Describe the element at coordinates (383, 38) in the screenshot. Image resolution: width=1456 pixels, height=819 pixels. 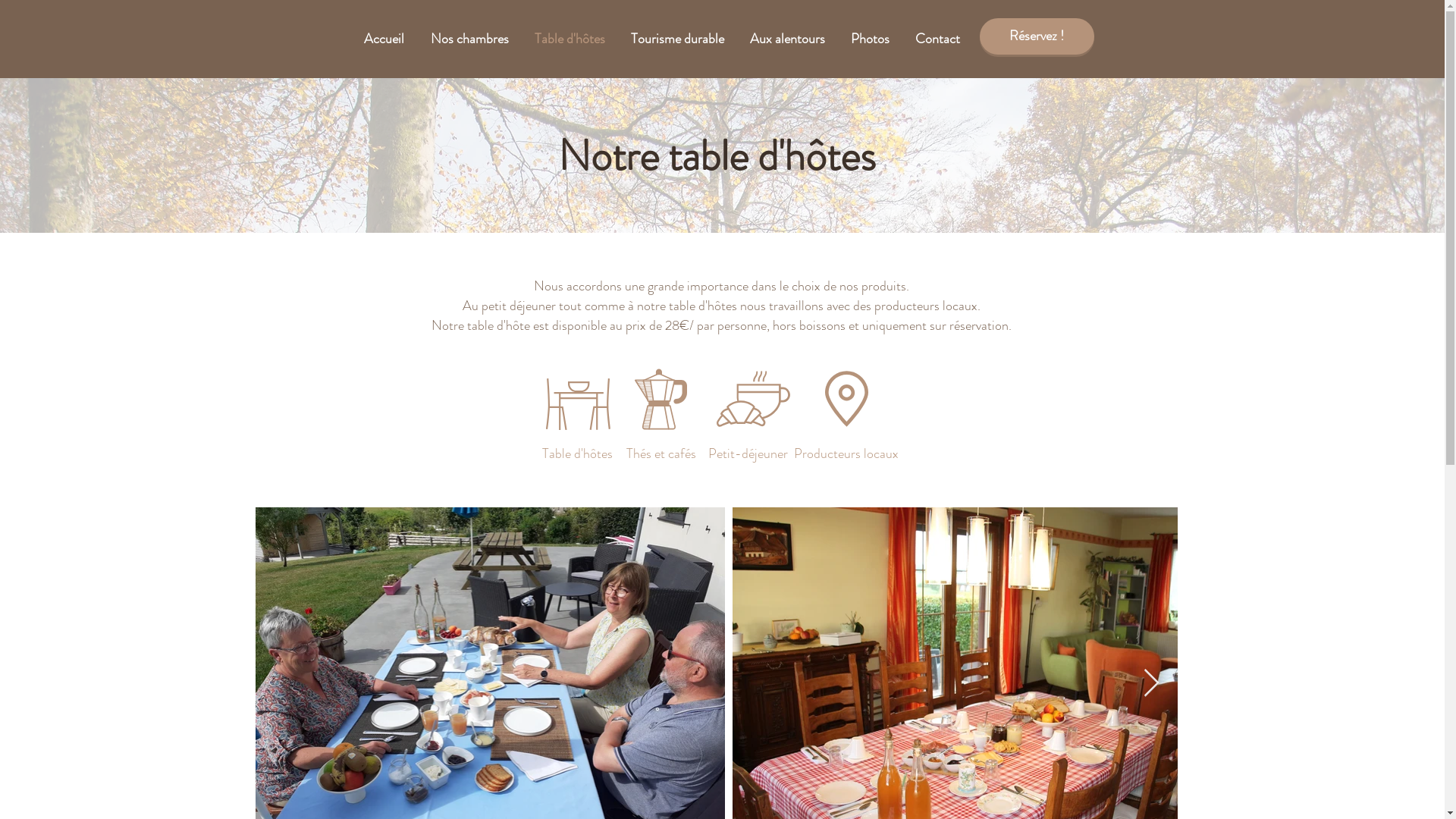
I see `'Accueil'` at that location.